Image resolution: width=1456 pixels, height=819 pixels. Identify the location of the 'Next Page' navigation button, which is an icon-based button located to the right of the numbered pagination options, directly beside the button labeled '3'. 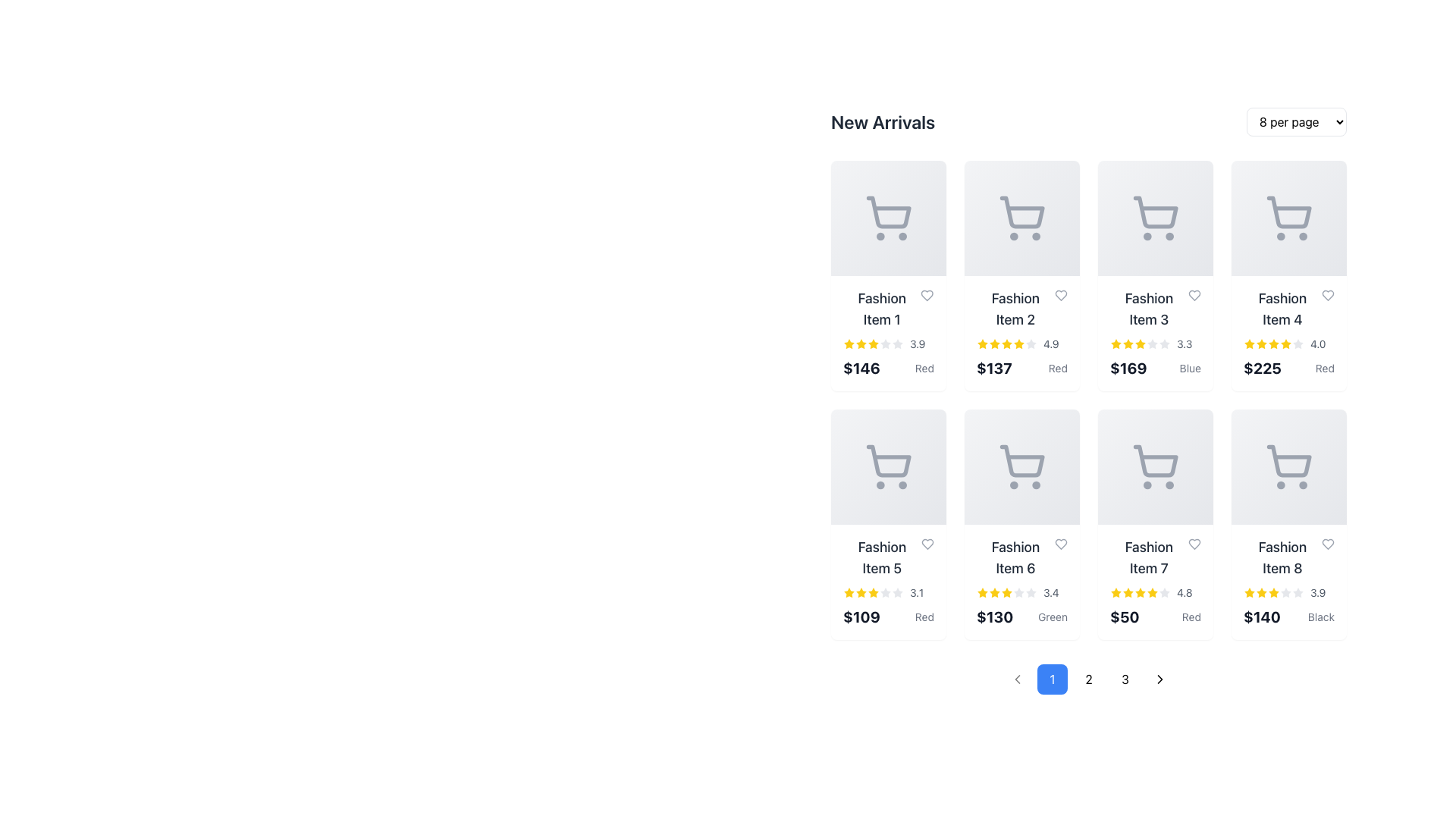
(1159, 678).